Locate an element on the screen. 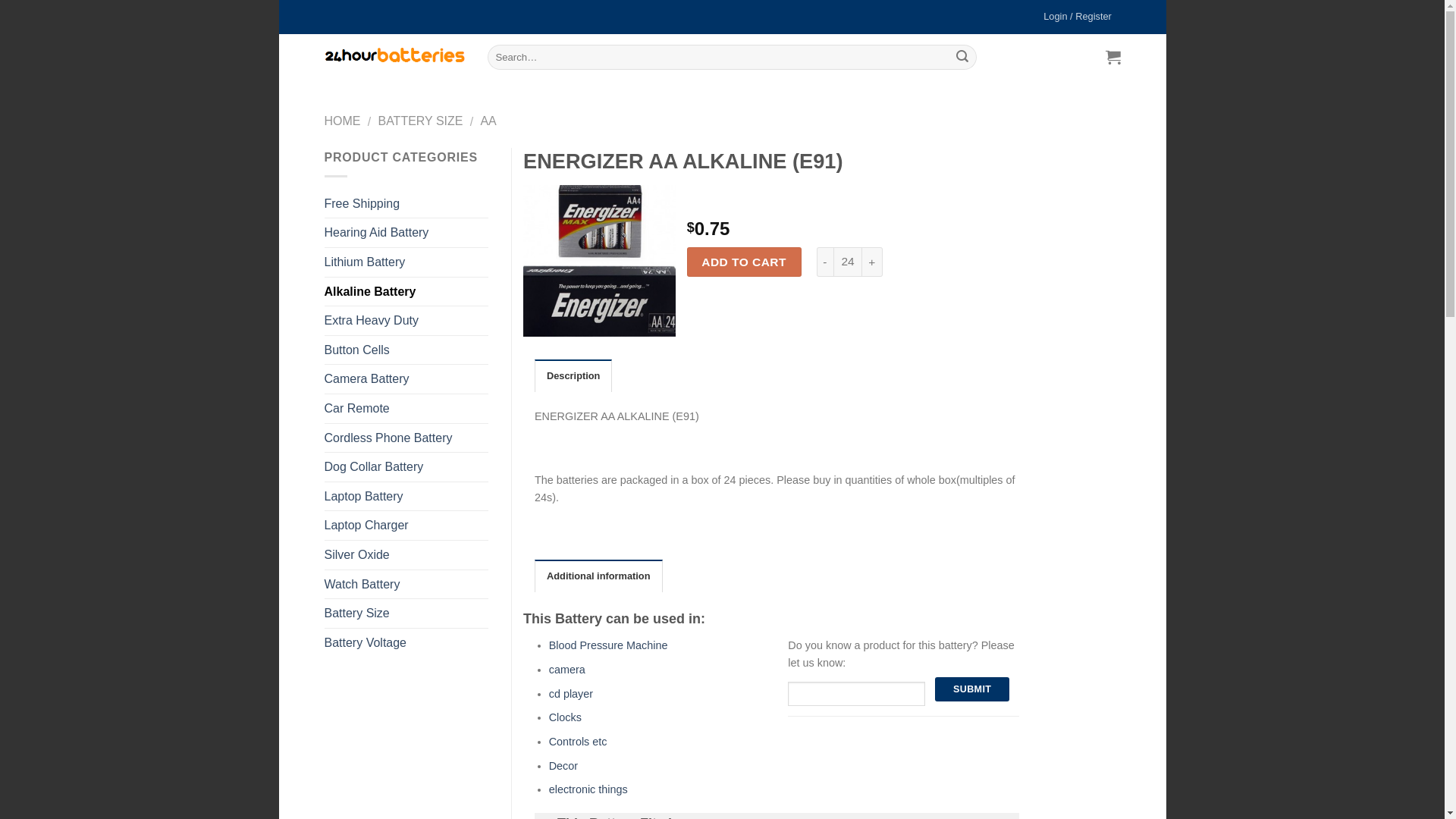 This screenshot has width=1456, height=819. 'Additional information' is located at coordinates (598, 576).